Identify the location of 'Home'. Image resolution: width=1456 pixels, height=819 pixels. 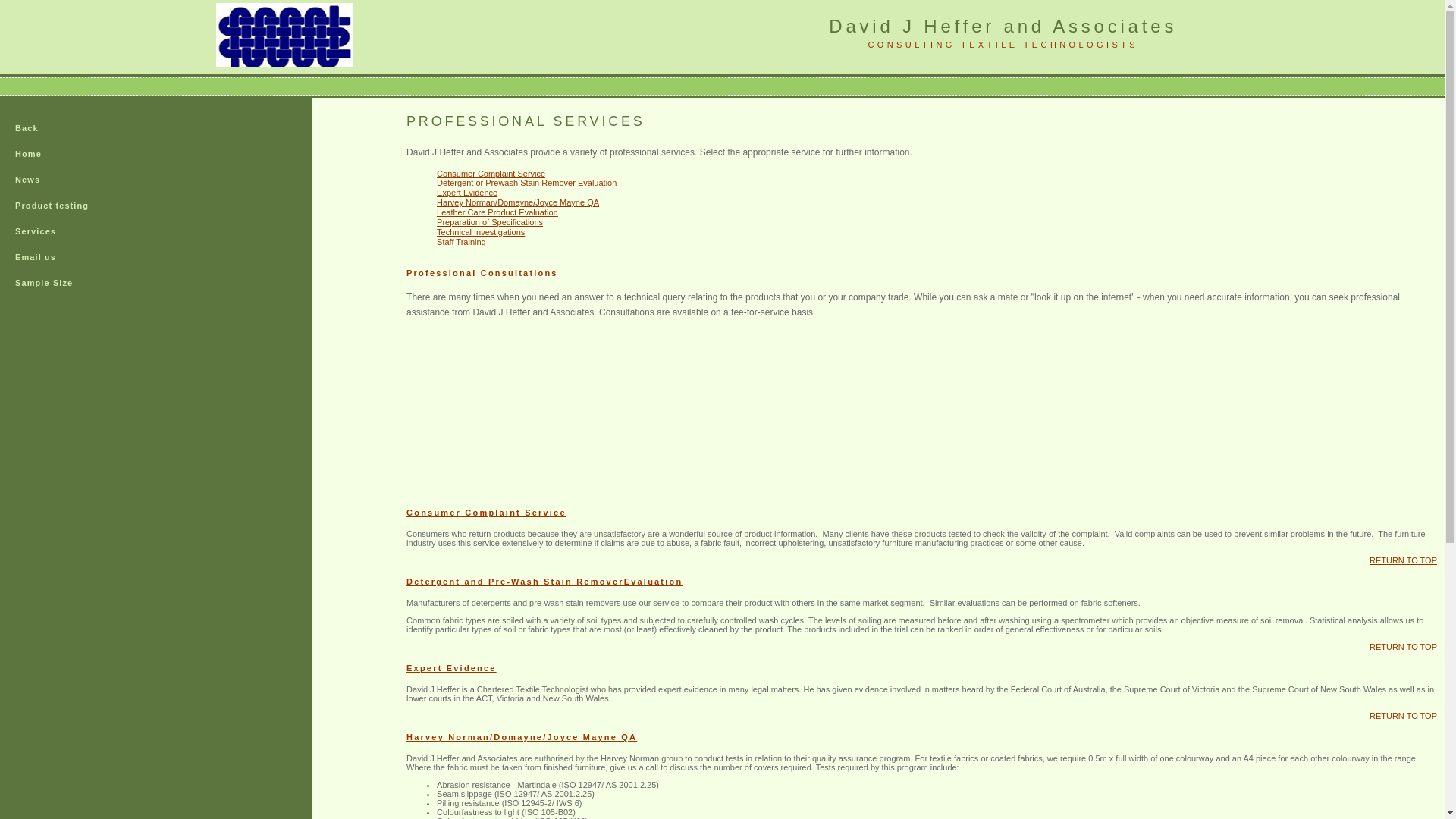
(61, 155).